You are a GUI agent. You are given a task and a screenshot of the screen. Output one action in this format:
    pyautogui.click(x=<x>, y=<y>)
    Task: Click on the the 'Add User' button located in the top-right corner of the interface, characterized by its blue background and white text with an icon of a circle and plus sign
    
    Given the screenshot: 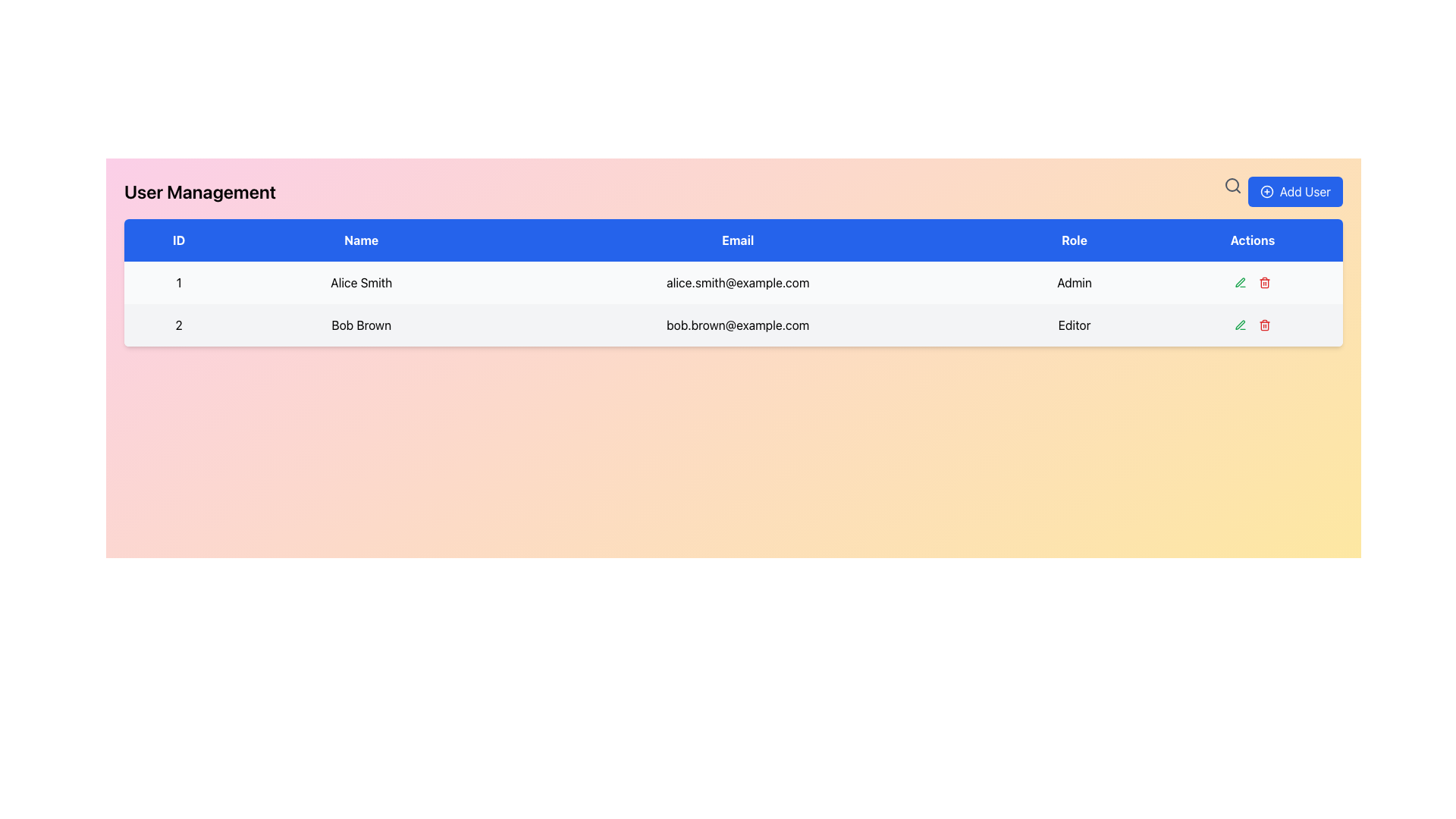 What is the action you would take?
    pyautogui.click(x=1294, y=191)
    